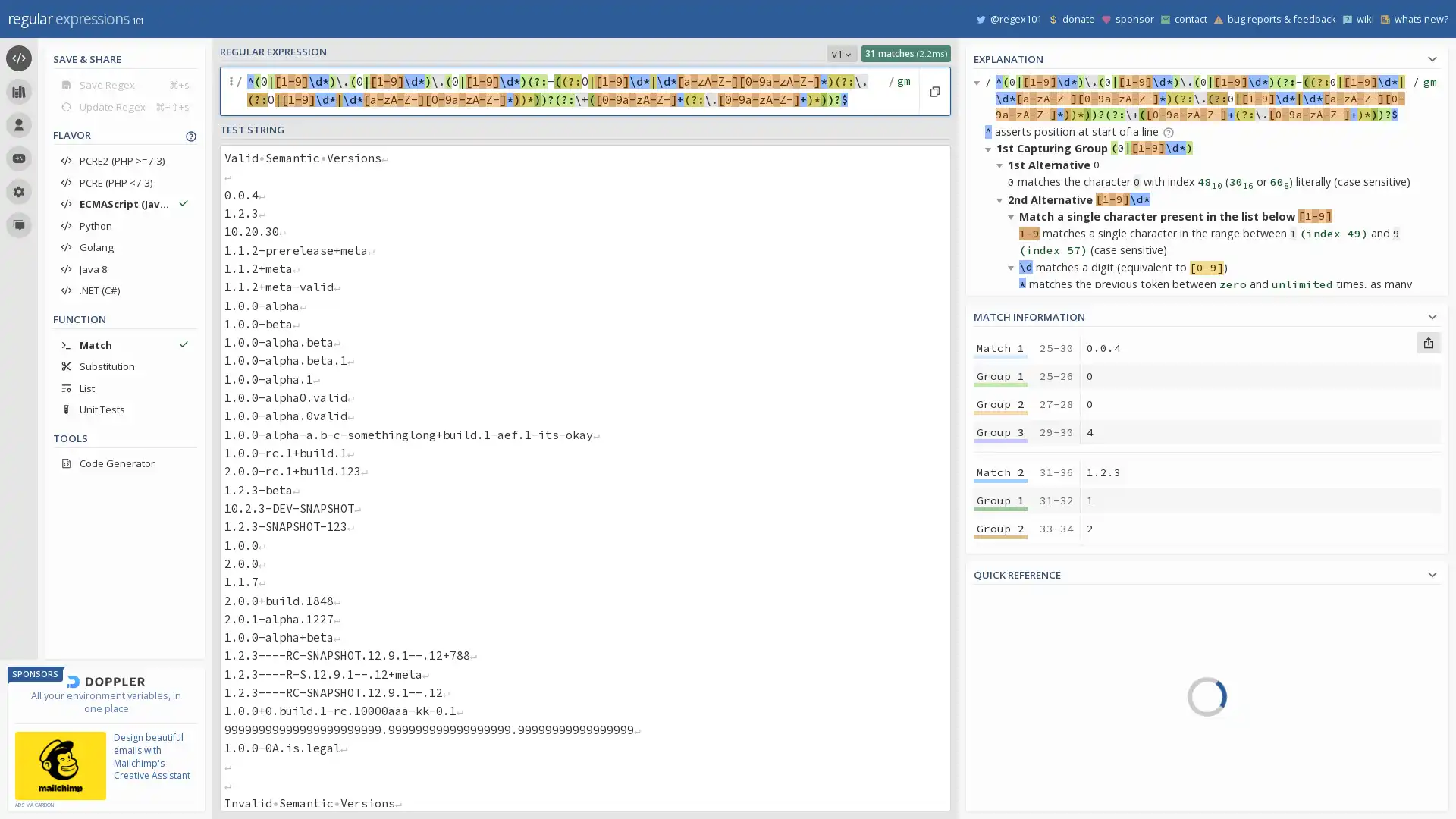  Describe the element at coordinates (1002, 541) in the screenshot. I see `Collapse Subtree` at that location.